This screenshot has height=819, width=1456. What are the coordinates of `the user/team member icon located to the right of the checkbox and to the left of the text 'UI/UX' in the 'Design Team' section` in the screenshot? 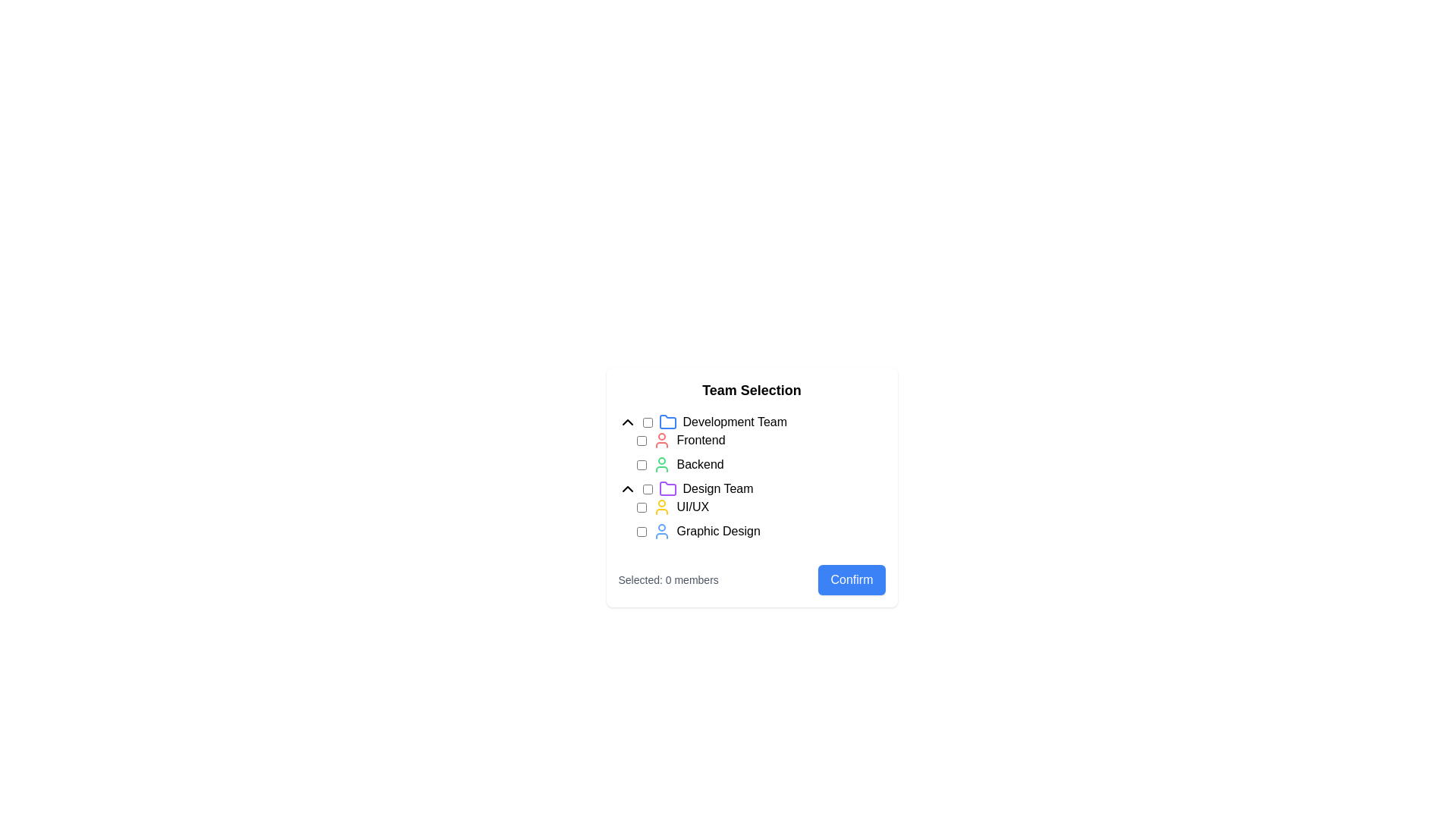 It's located at (661, 507).